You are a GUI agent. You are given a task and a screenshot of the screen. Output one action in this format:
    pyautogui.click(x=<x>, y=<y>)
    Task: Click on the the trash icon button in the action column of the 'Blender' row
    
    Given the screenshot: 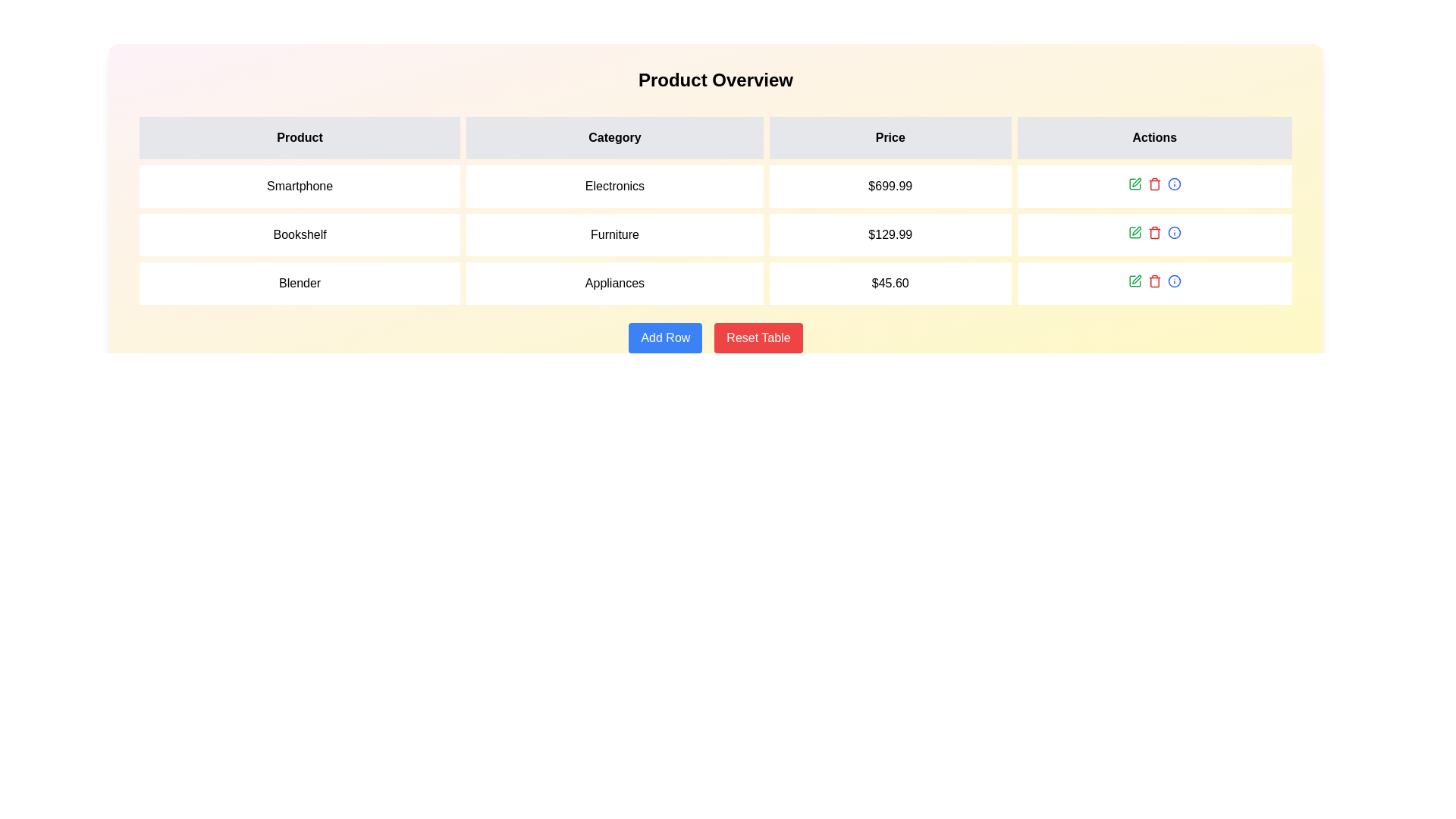 What is the action you would take?
    pyautogui.click(x=1153, y=281)
    